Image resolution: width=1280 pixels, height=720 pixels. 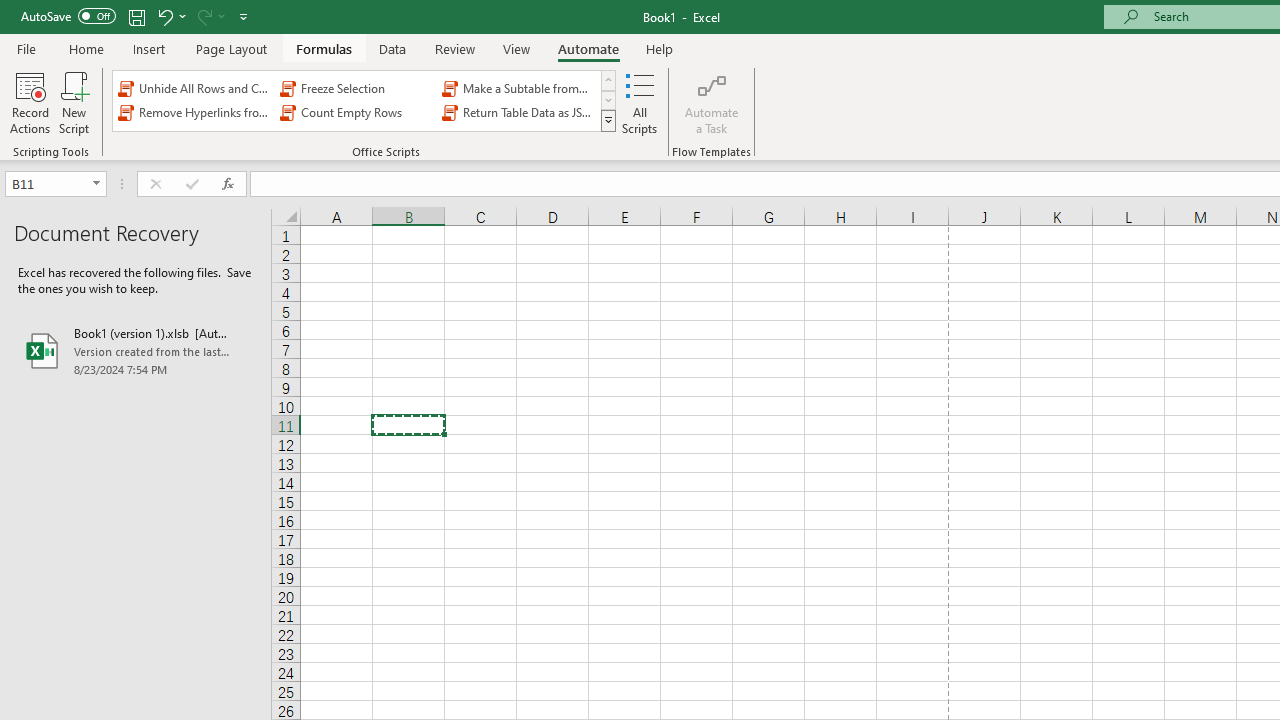 What do you see at coordinates (73, 103) in the screenshot?
I see `'New Script'` at bounding box center [73, 103].